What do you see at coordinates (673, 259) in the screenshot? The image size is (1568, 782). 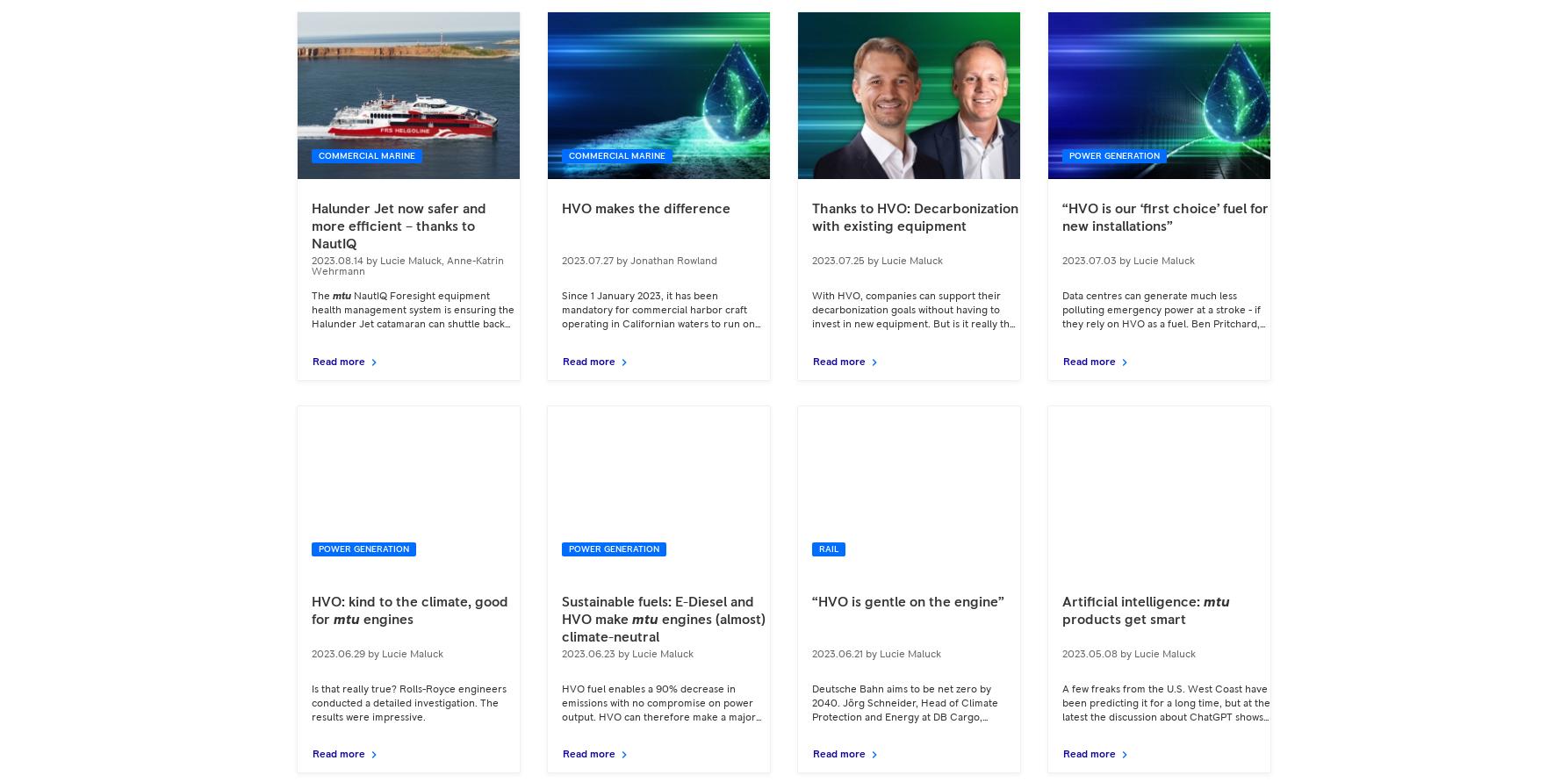 I see `'Jonathan Rowland'` at bounding box center [673, 259].